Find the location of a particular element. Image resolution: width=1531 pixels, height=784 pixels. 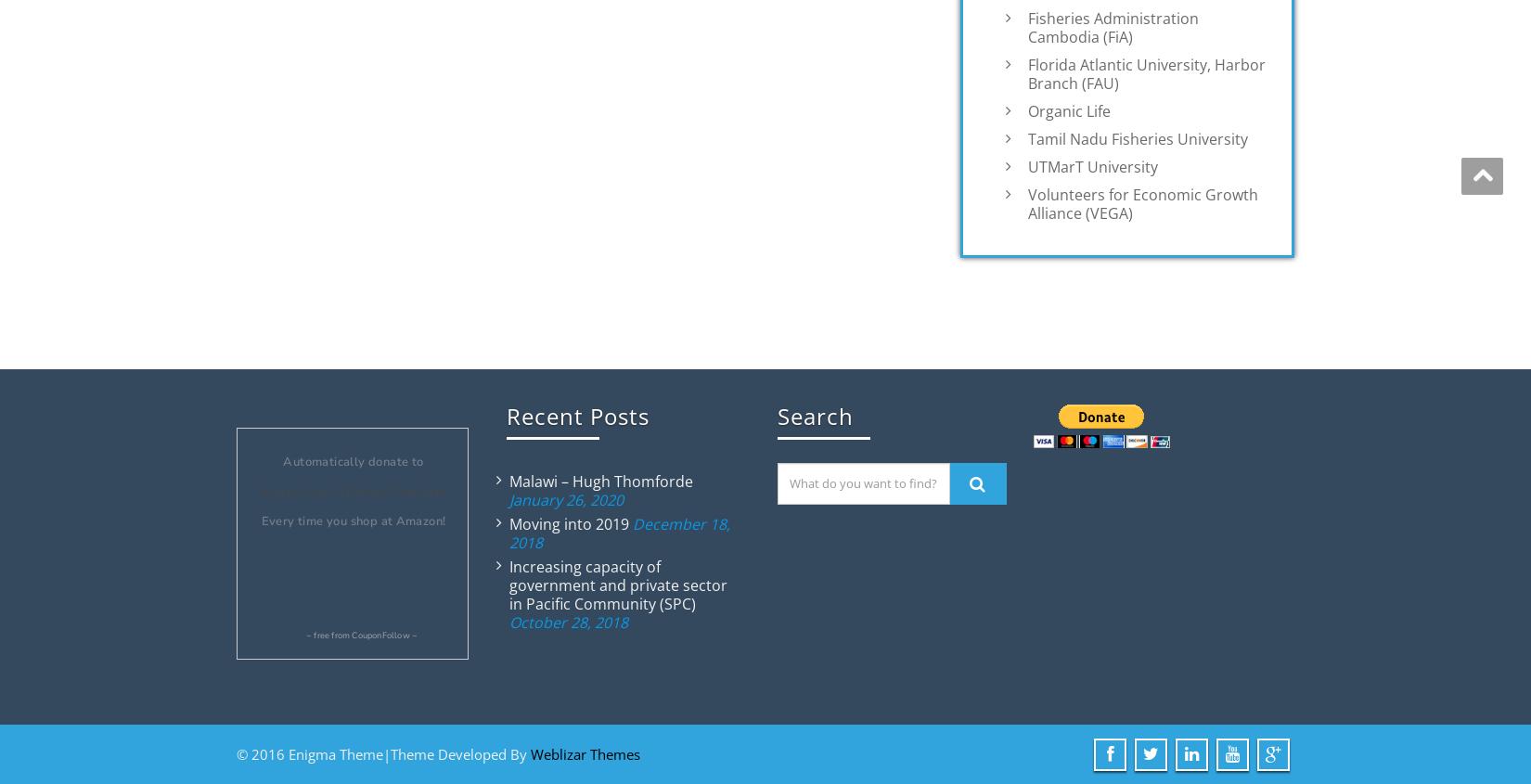

'Fisheries Administration Cambodia (FiA)' is located at coordinates (1113, 25).